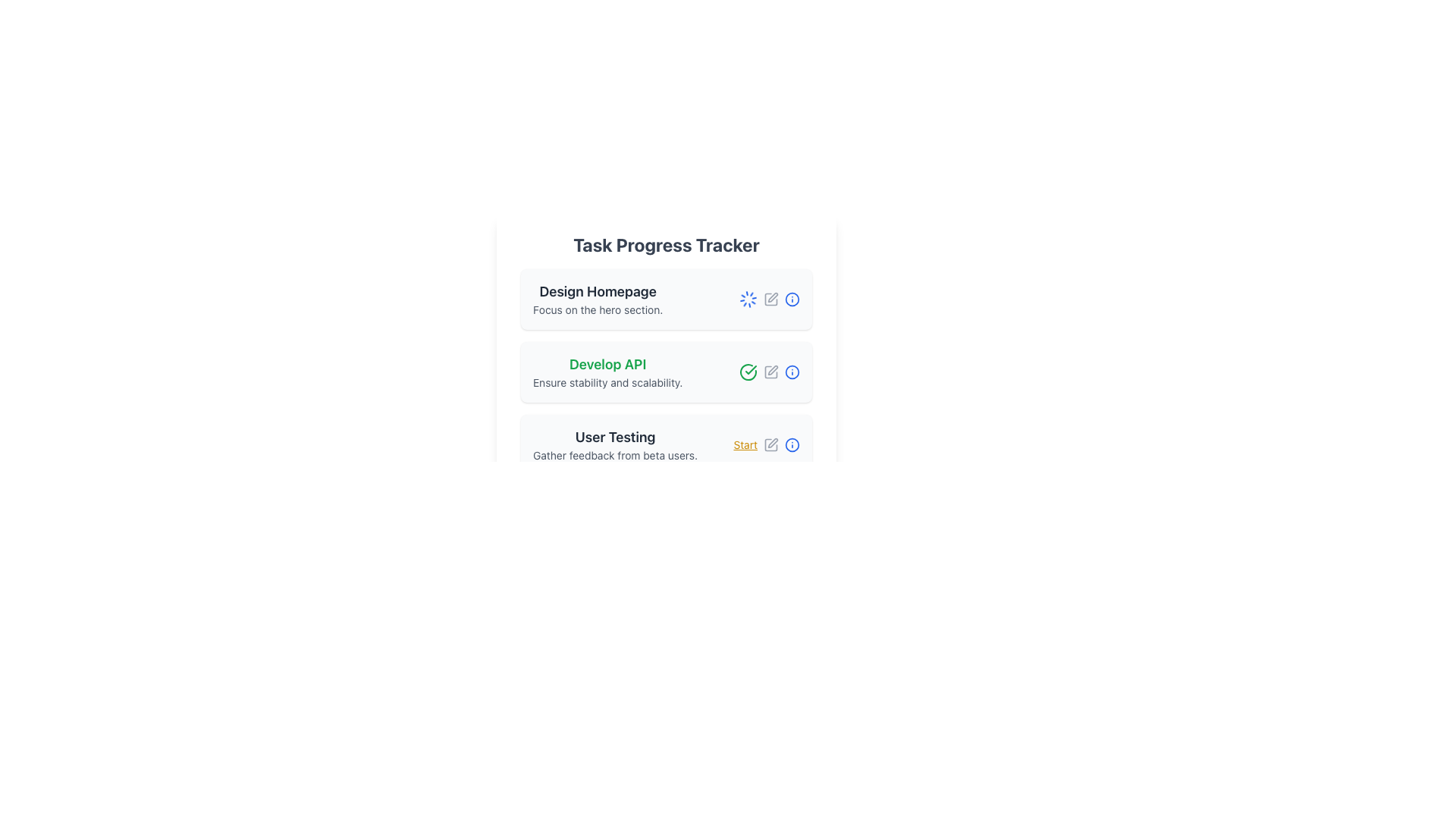 This screenshot has width=1456, height=819. Describe the element at coordinates (792, 299) in the screenshot. I see `the Icon button located on the right side of the 'Develop API' task` at that location.